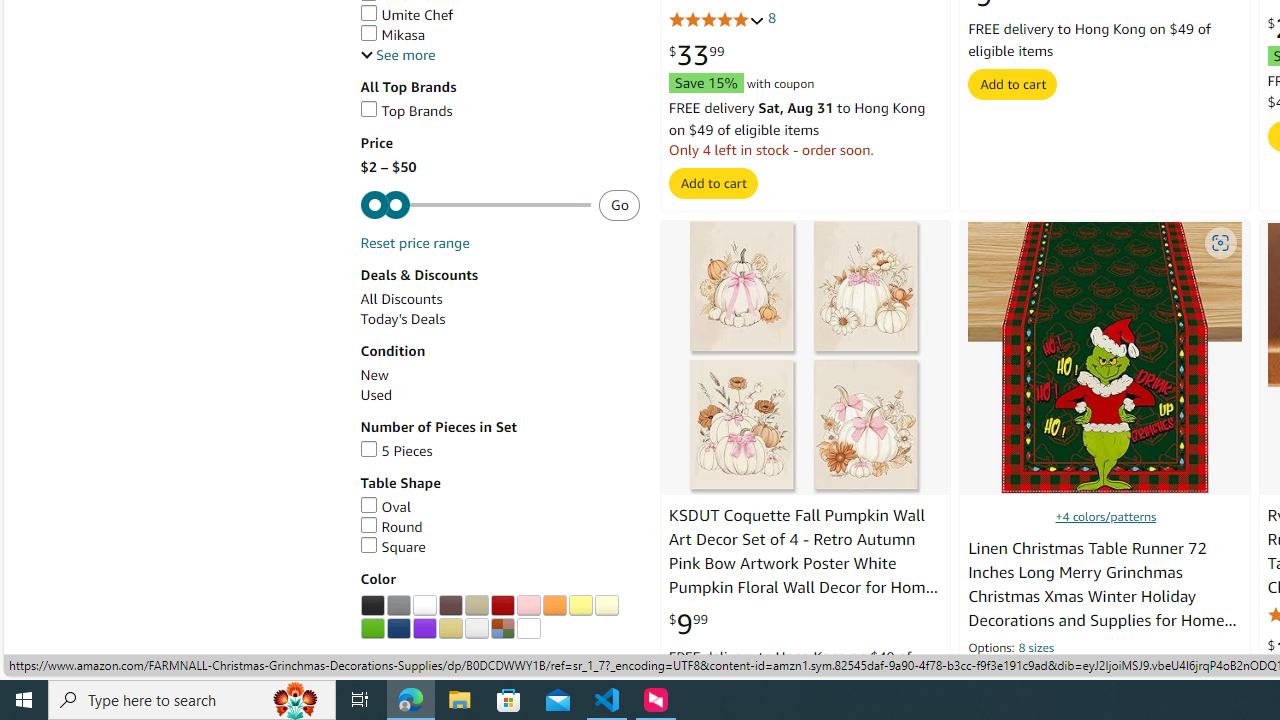 The image size is (1280, 720). What do you see at coordinates (502, 627) in the screenshot?
I see `'Multi'` at bounding box center [502, 627].